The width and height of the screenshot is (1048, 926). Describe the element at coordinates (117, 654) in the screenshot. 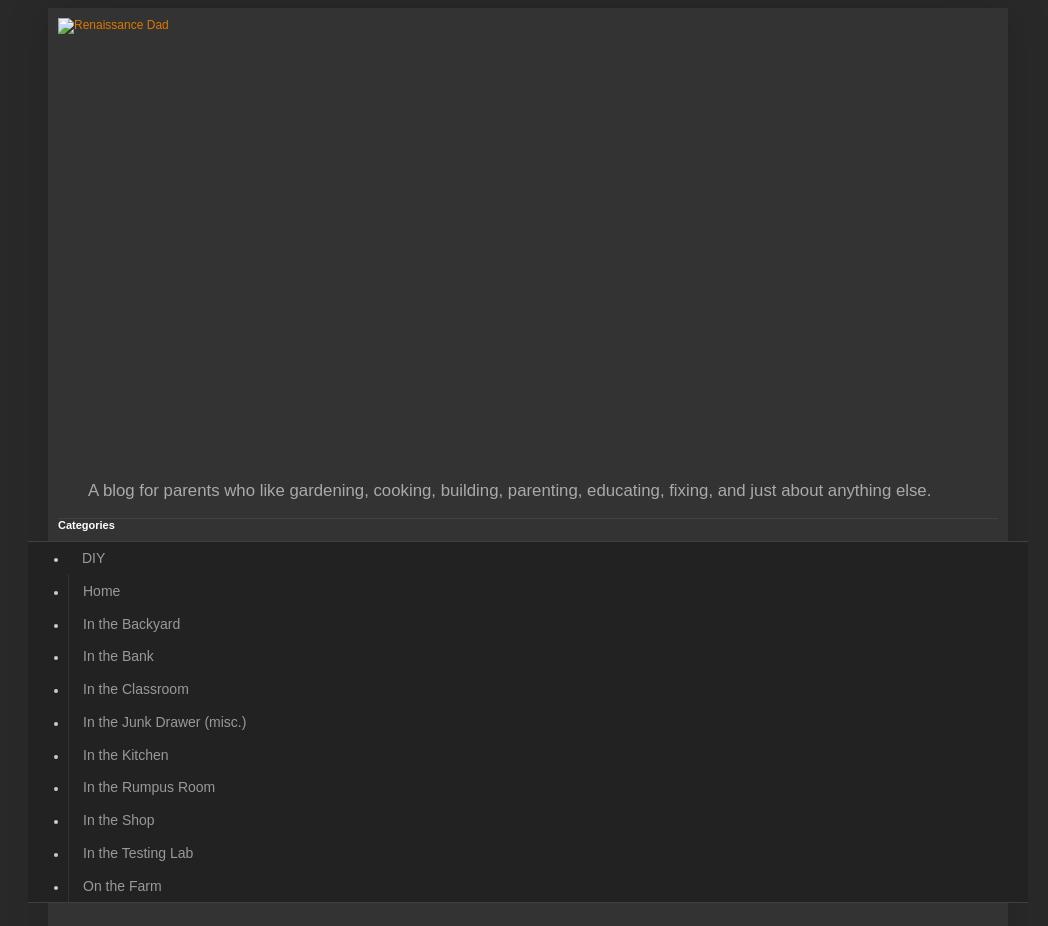

I see `'In the Bank'` at that location.